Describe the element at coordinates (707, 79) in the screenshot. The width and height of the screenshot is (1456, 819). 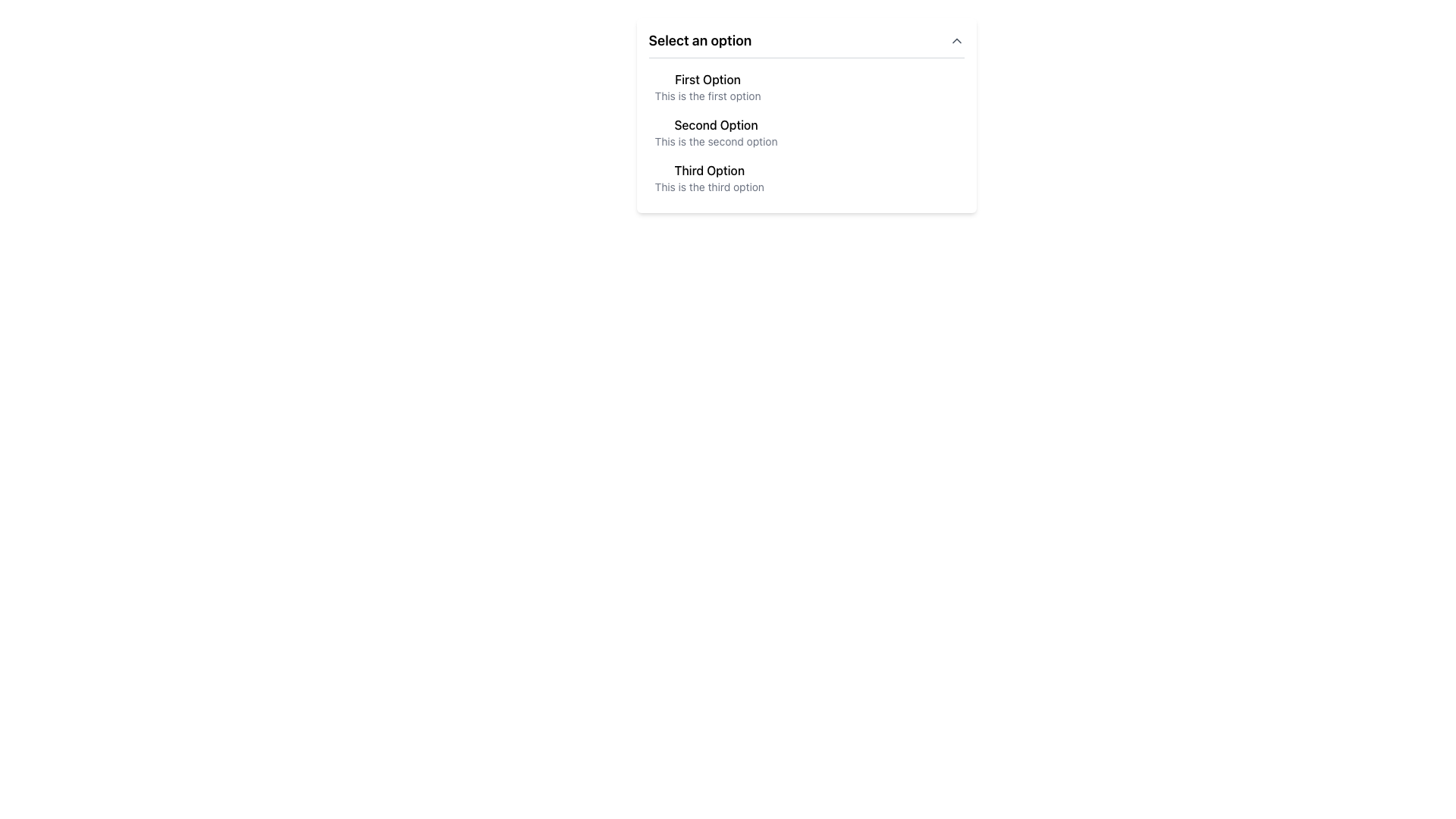
I see `text label element stating 'First Option' which is the first item in the dropdown menu labeled 'Select an option'` at that location.